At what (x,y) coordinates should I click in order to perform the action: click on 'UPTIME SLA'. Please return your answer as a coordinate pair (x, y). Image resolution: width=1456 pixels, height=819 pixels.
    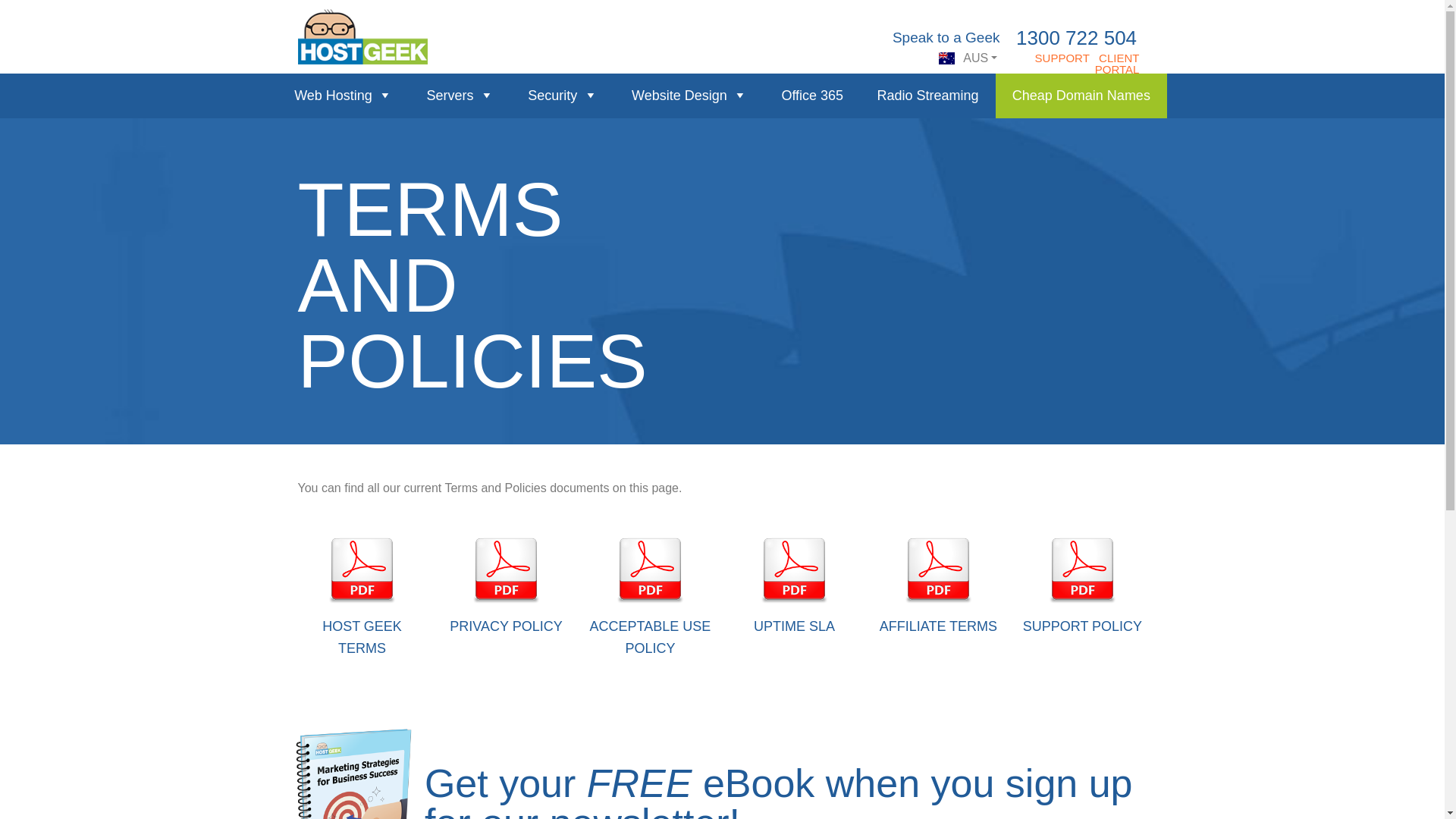
    Looking at the image, I should click on (793, 626).